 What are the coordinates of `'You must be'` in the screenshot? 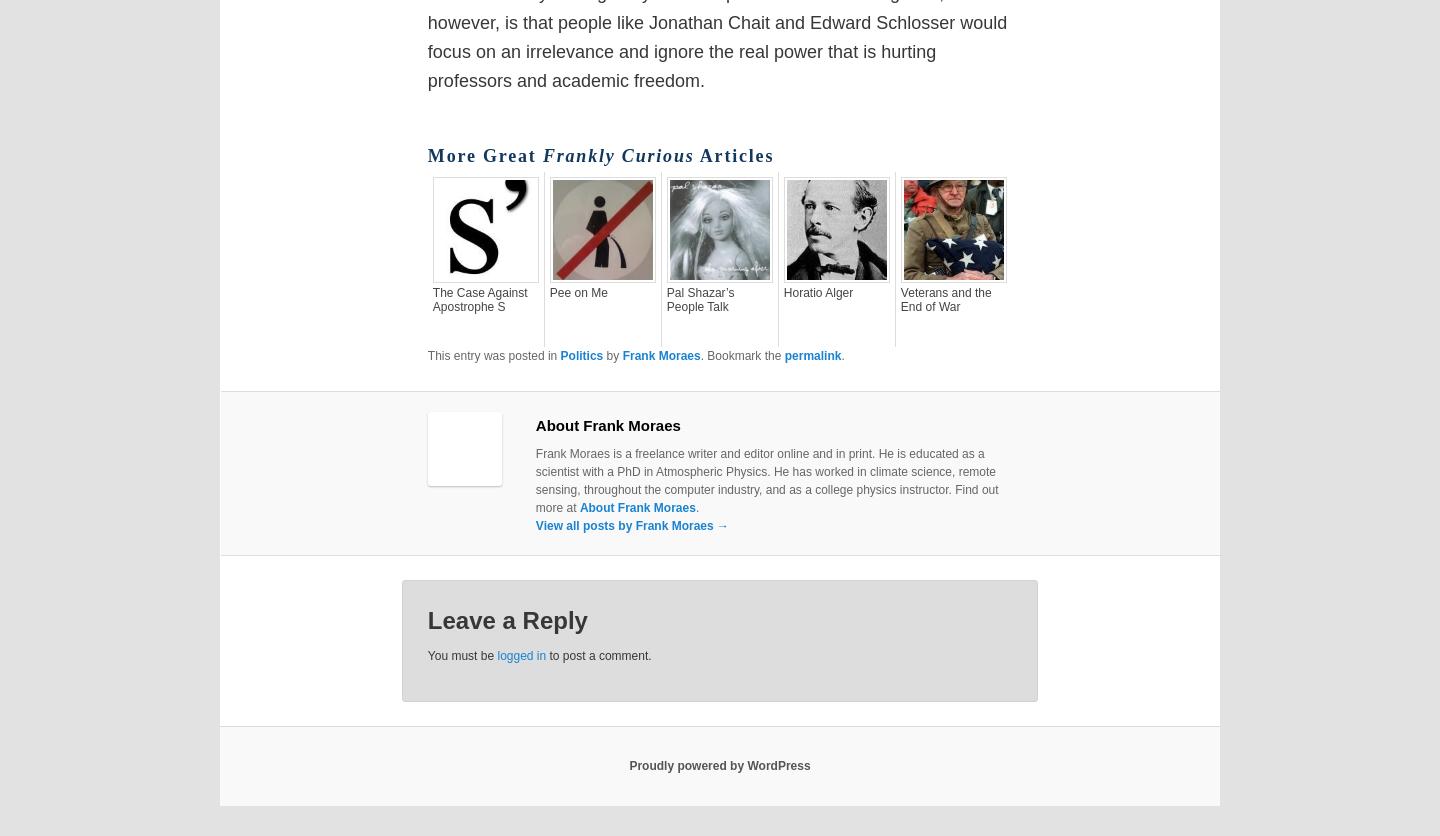 It's located at (461, 655).